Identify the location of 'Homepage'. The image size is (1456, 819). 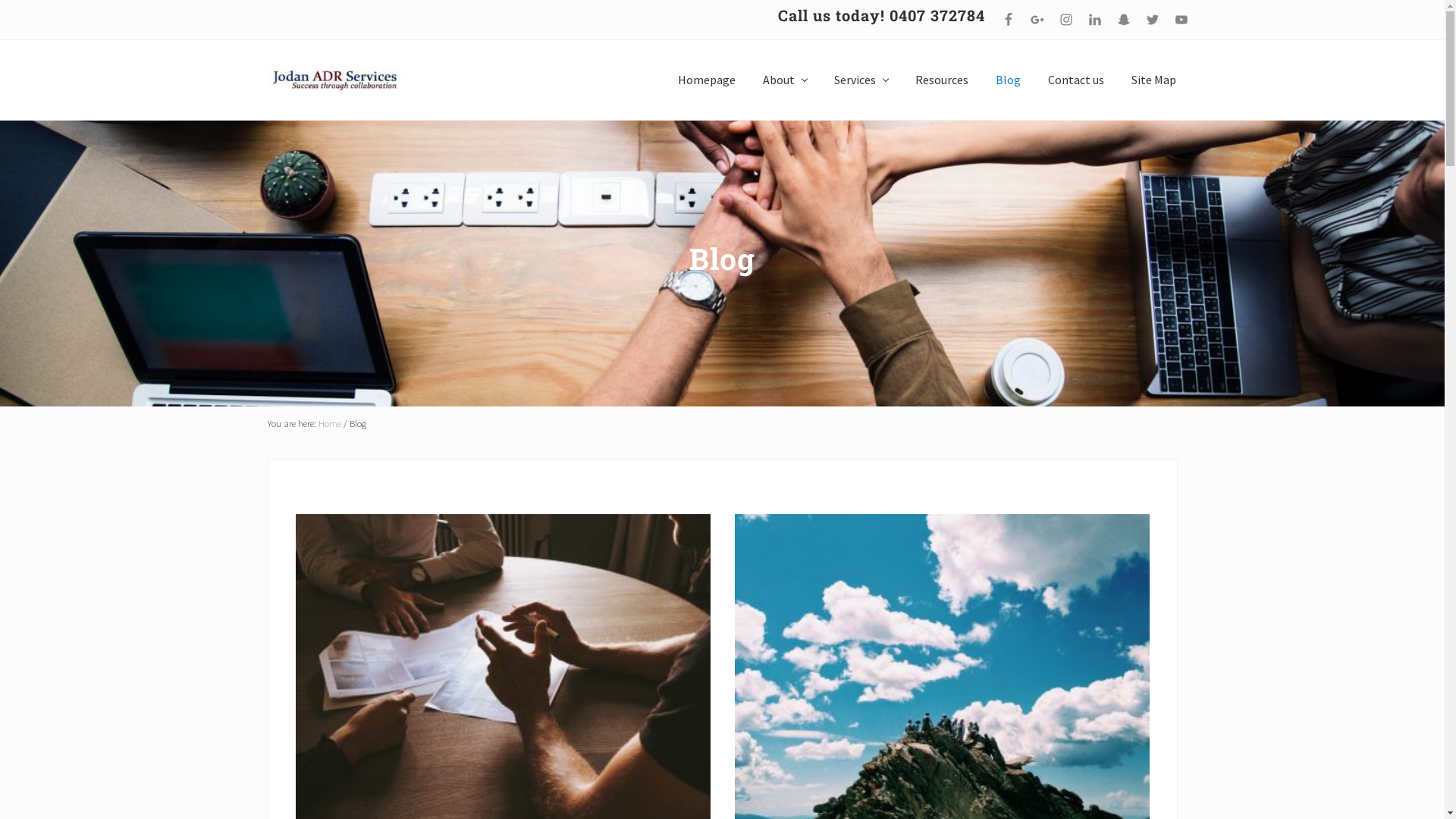
(705, 79).